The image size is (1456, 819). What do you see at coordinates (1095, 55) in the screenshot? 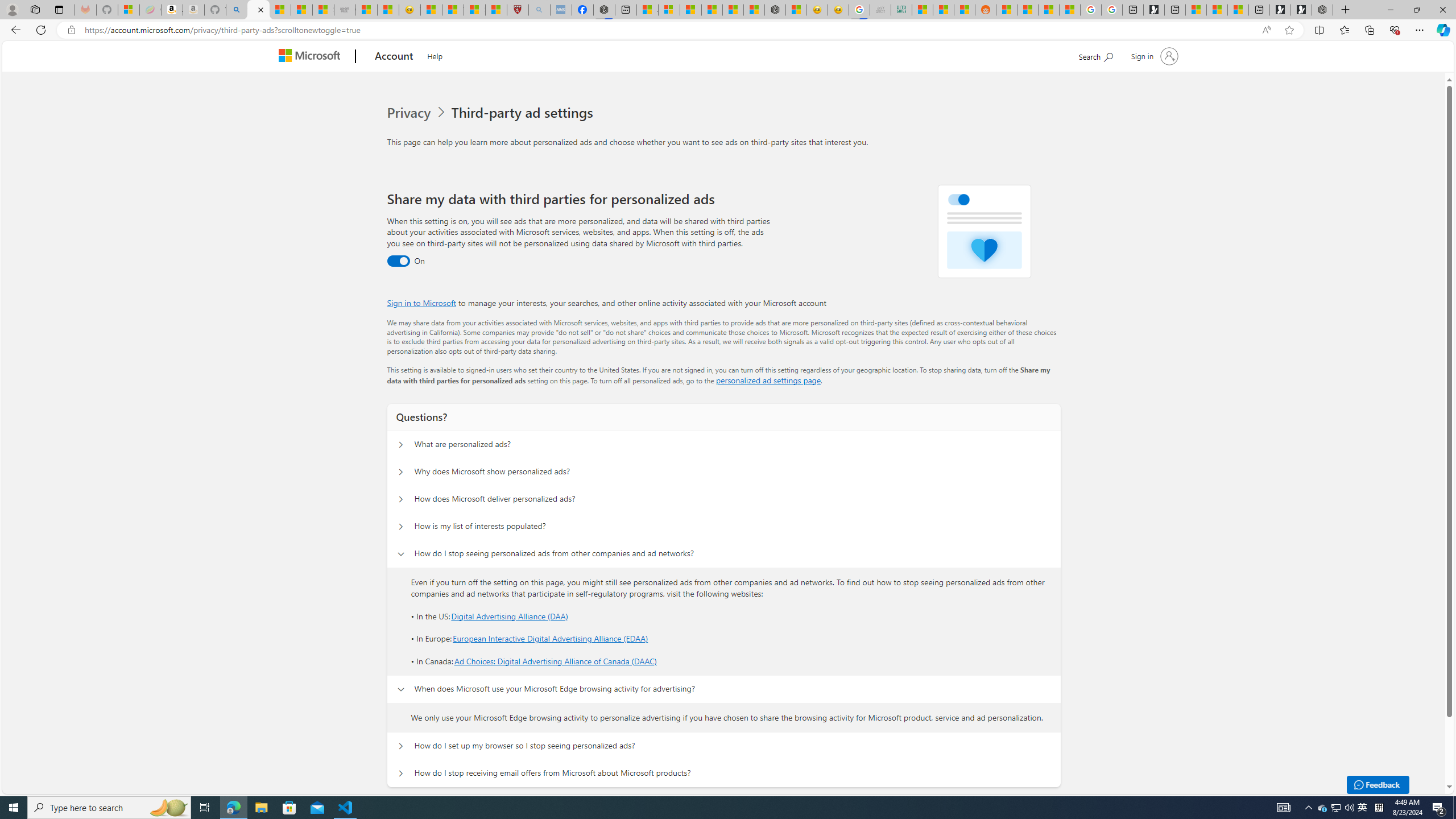
I see `'Search Microsoft.com'` at bounding box center [1095, 55].